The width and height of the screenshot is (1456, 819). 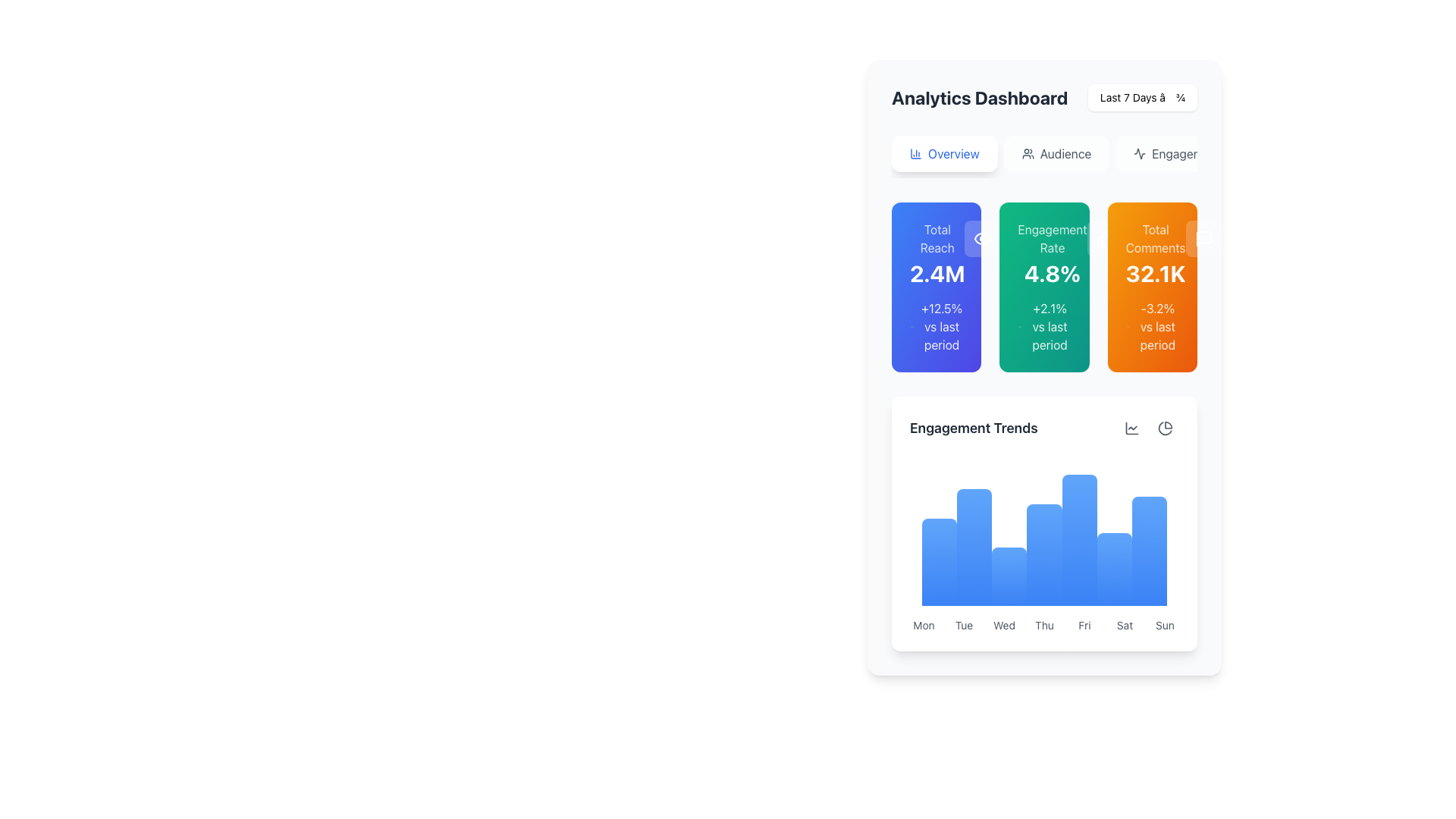 I want to click on the represented data of the bar corresponding to 'Friday' in the Engagement Trends chart, so click(x=1078, y=539).